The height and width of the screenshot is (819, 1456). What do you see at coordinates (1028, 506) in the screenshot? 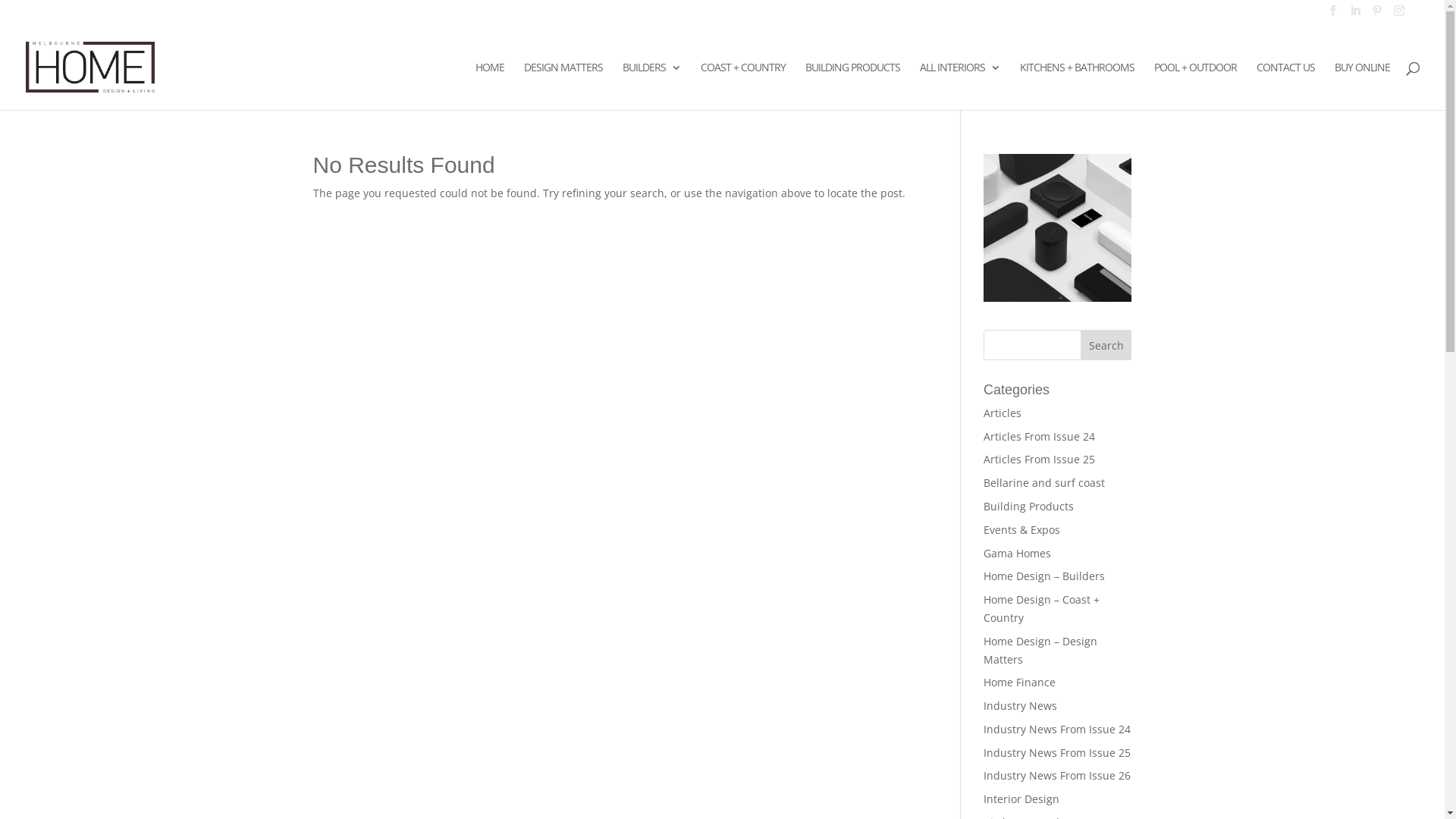
I see `'Building Products'` at bounding box center [1028, 506].